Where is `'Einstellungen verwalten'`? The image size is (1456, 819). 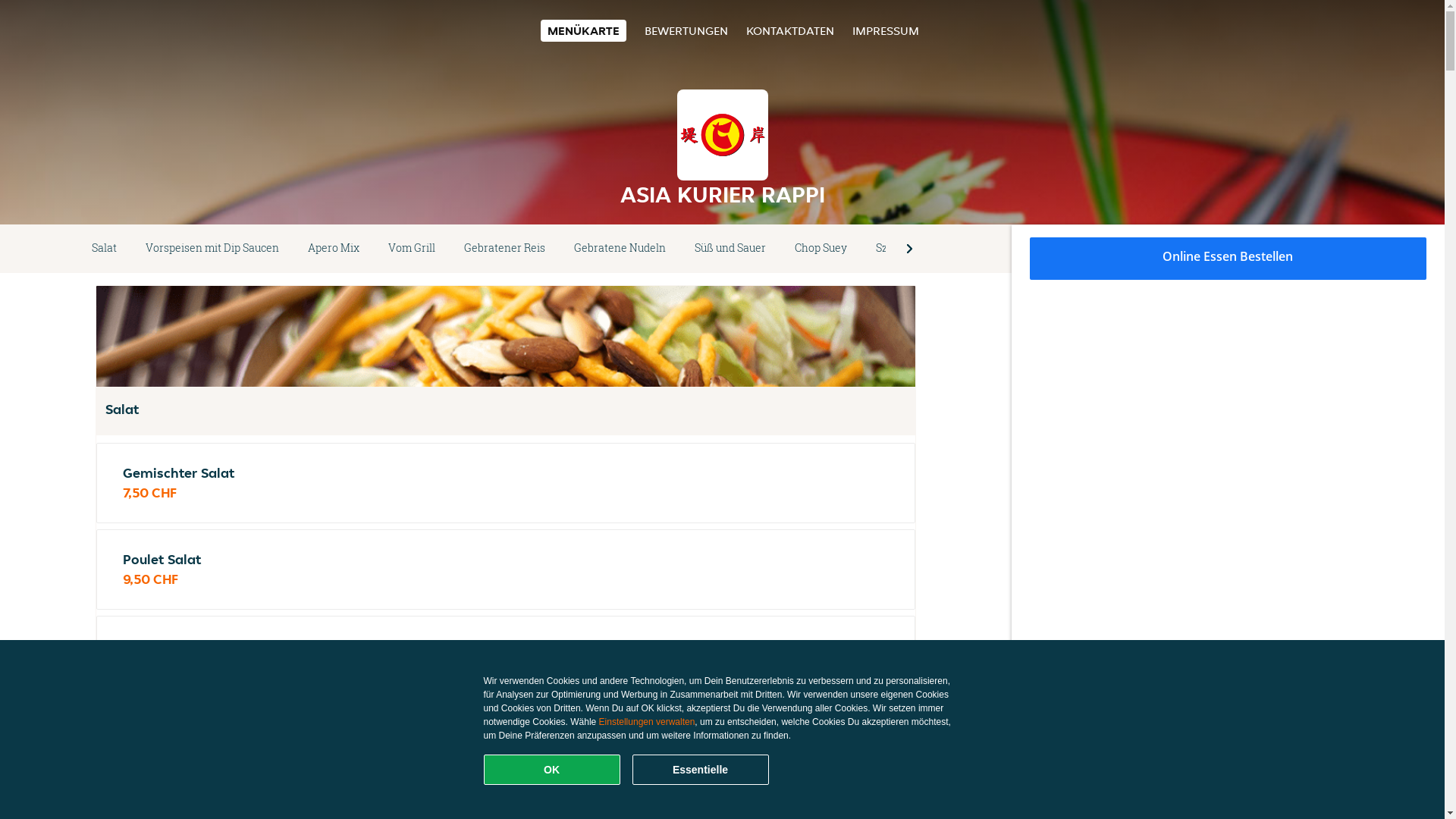
'Einstellungen verwalten' is located at coordinates (647, 721).